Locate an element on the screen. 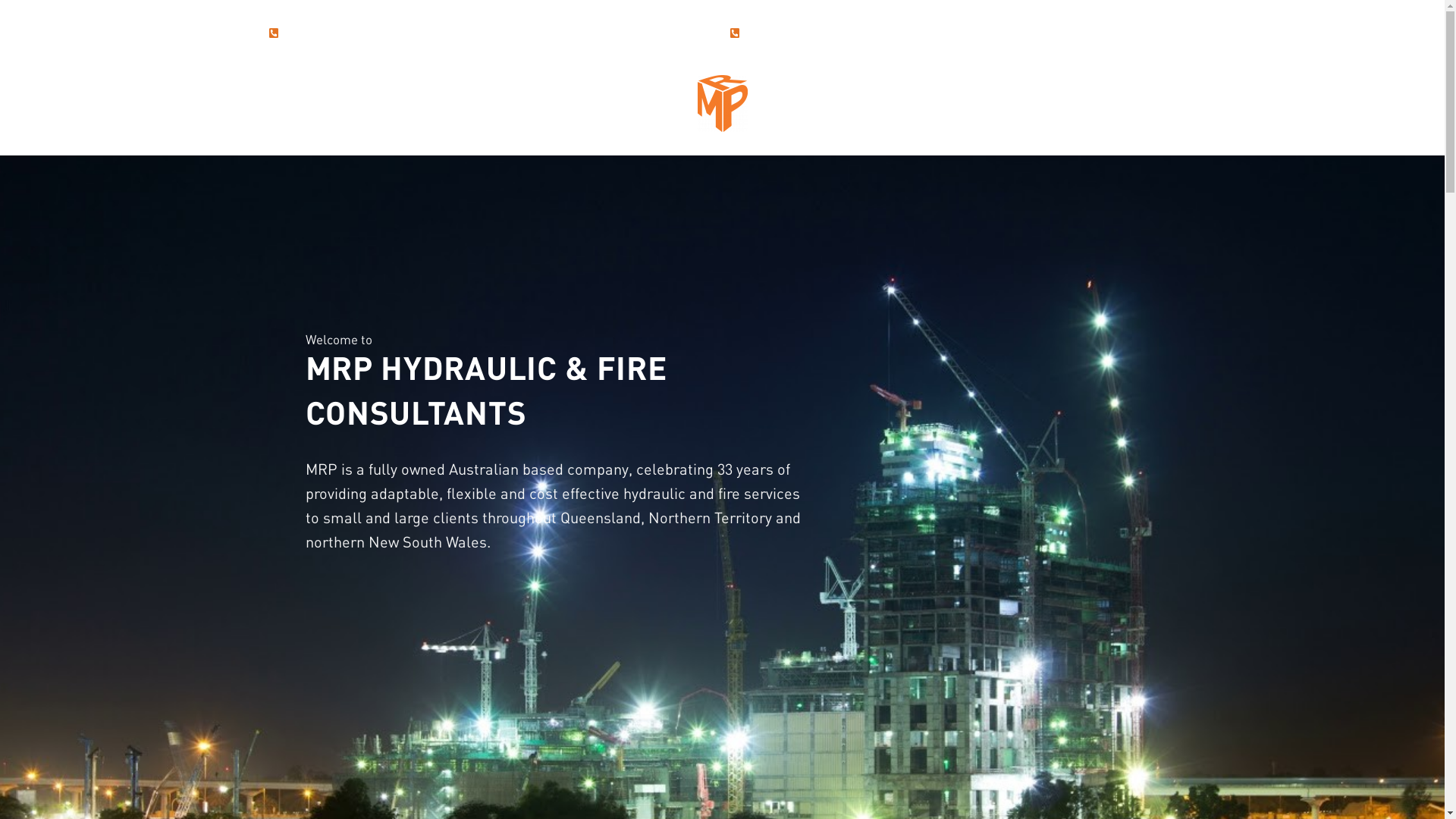  'MRP Home' is located at coordinates (722, 102).